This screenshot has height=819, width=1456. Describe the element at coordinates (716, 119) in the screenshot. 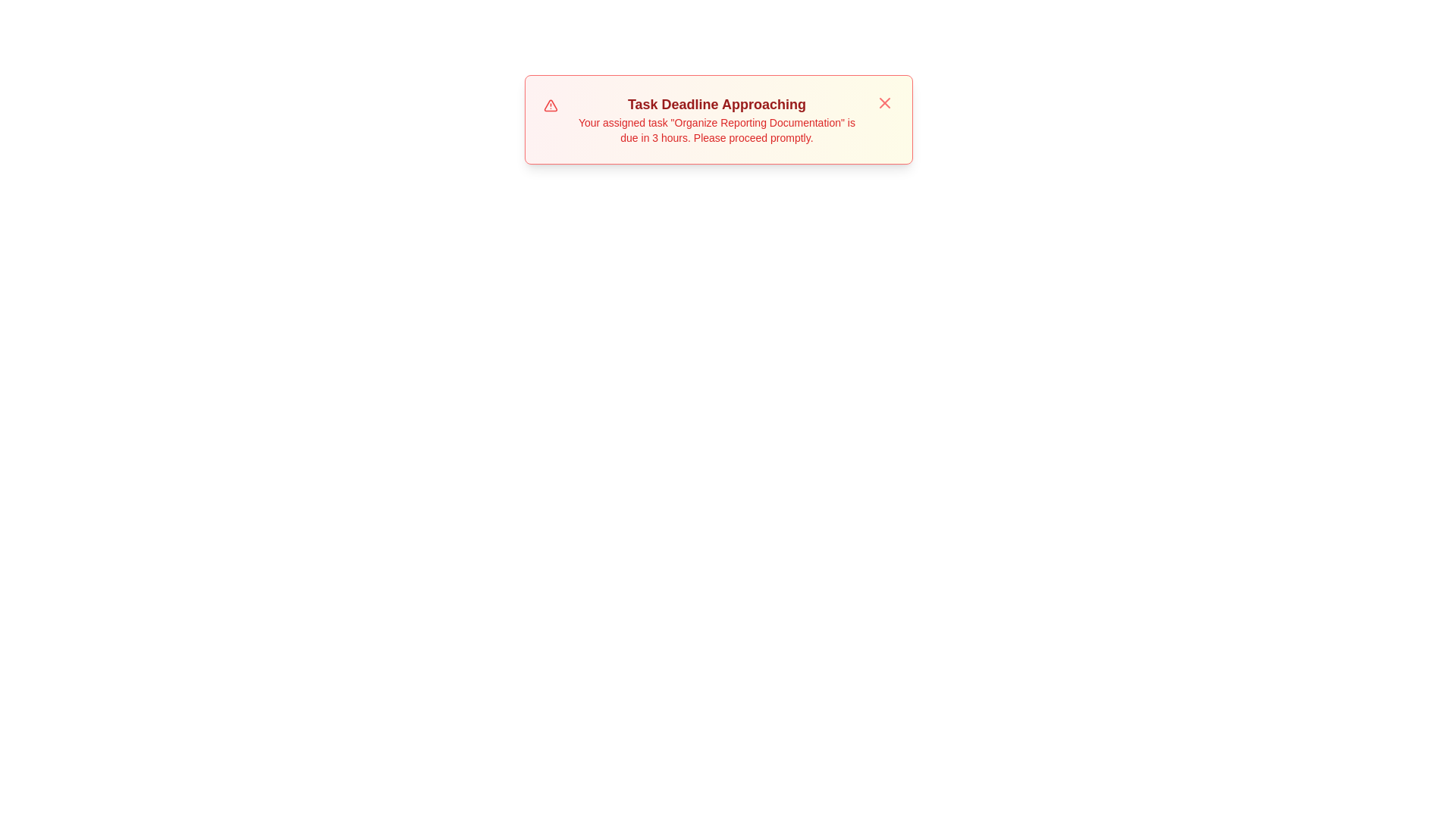

I see `text element that shows 'Task Deadline Approaching' and additional details about a task deadline, which is centrally located within a notification card` at that location.